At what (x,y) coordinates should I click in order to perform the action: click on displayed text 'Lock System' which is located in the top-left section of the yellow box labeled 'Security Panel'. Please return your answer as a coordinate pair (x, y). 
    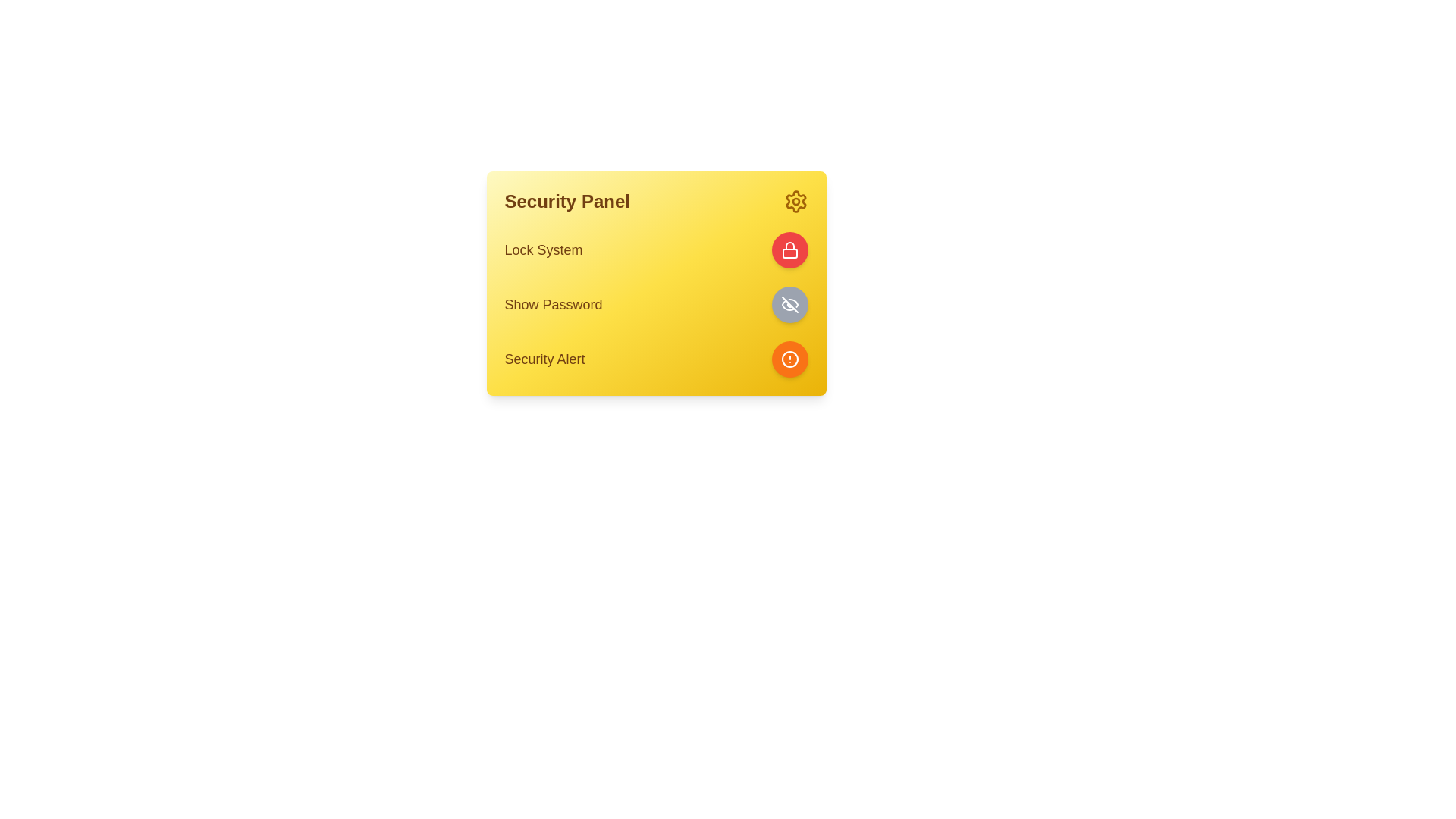
    Looking at the image, I should click on (543, 249).